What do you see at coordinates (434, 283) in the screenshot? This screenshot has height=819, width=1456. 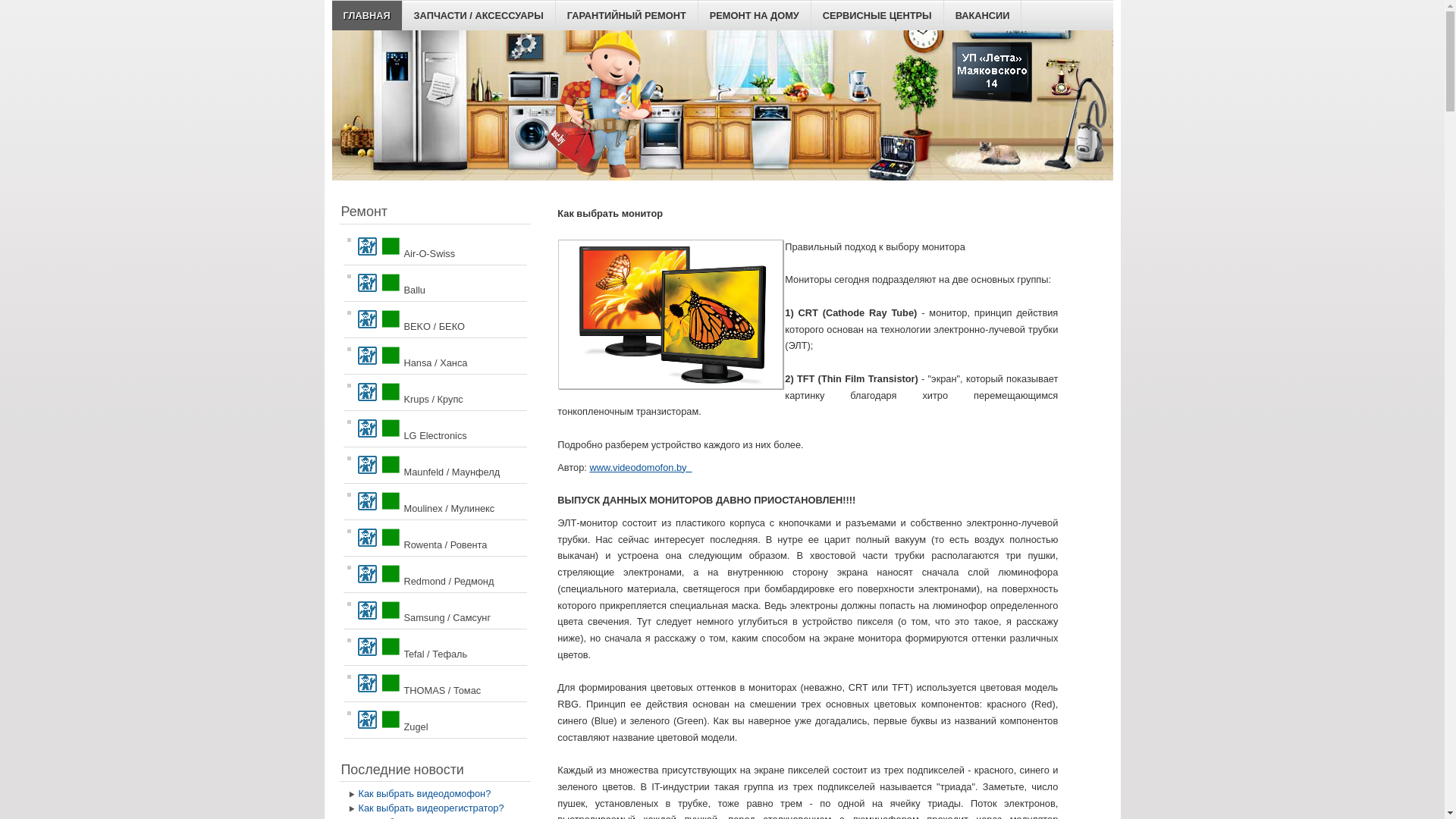 I see `'Ballu'` at bounding box center [434, 283].